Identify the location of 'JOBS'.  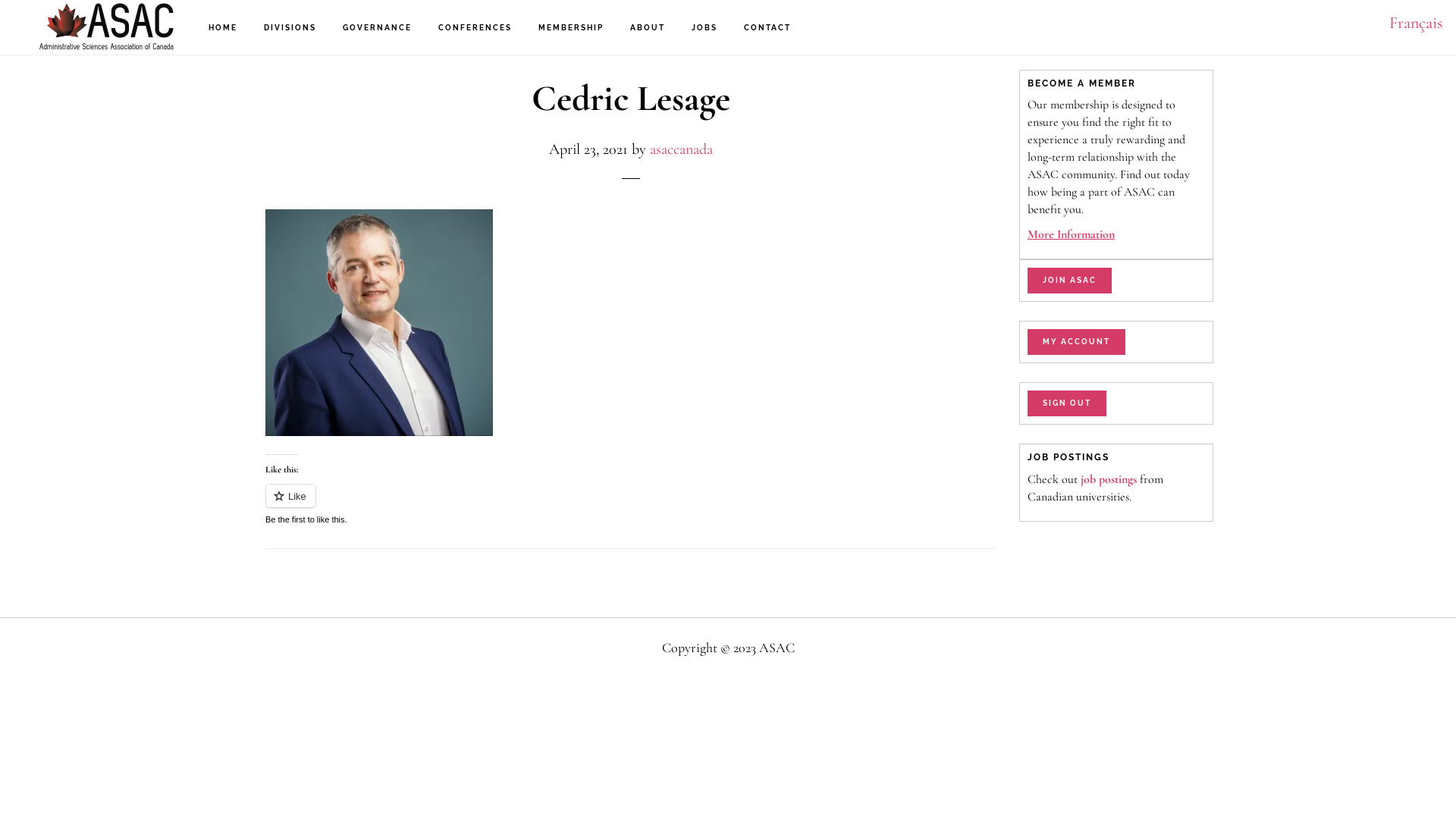
(704, 28).